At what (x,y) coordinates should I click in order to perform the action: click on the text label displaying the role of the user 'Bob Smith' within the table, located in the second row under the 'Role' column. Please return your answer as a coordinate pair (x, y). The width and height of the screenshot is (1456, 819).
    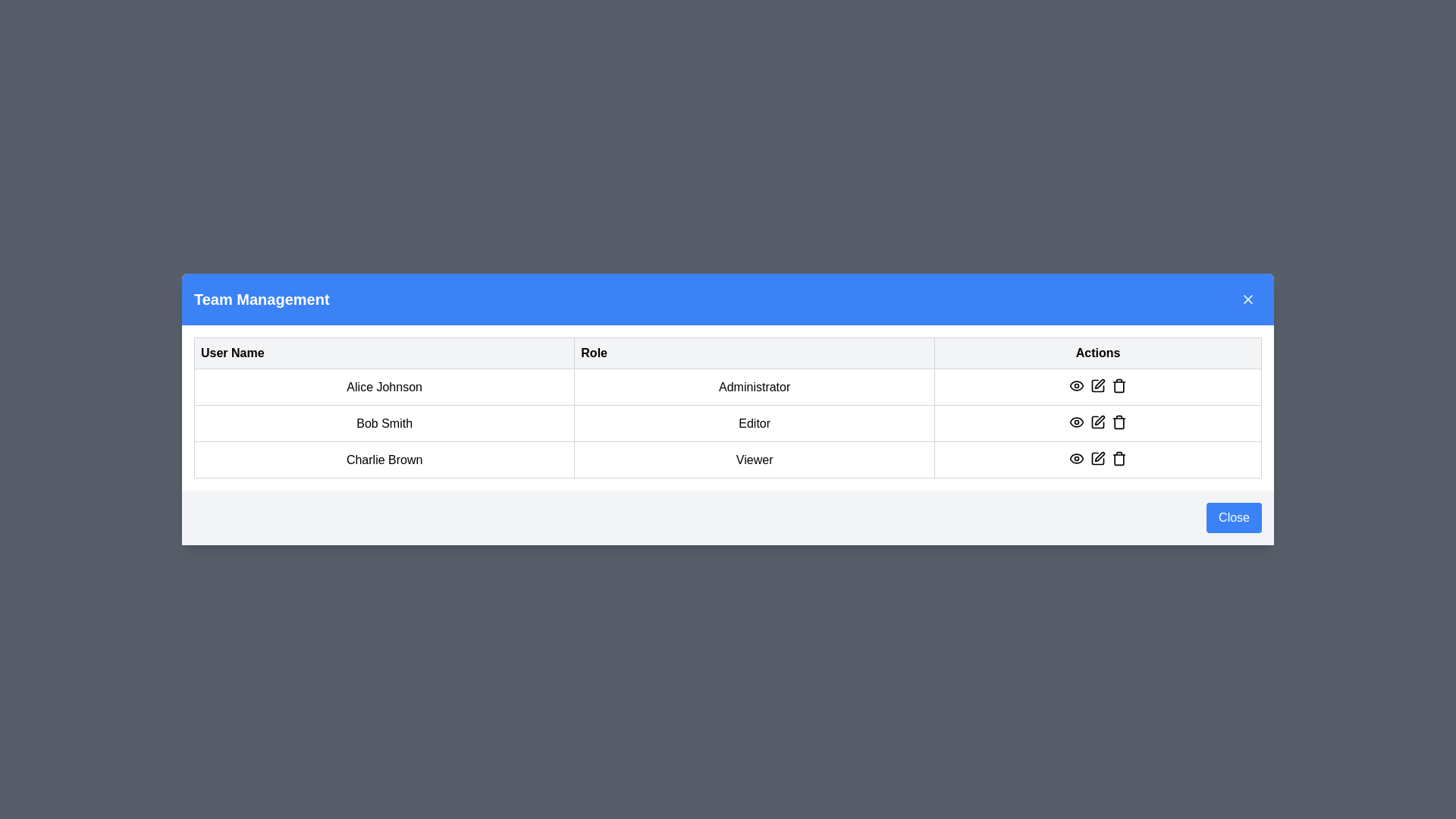
    Looking at the image, I should click on (755, 423).